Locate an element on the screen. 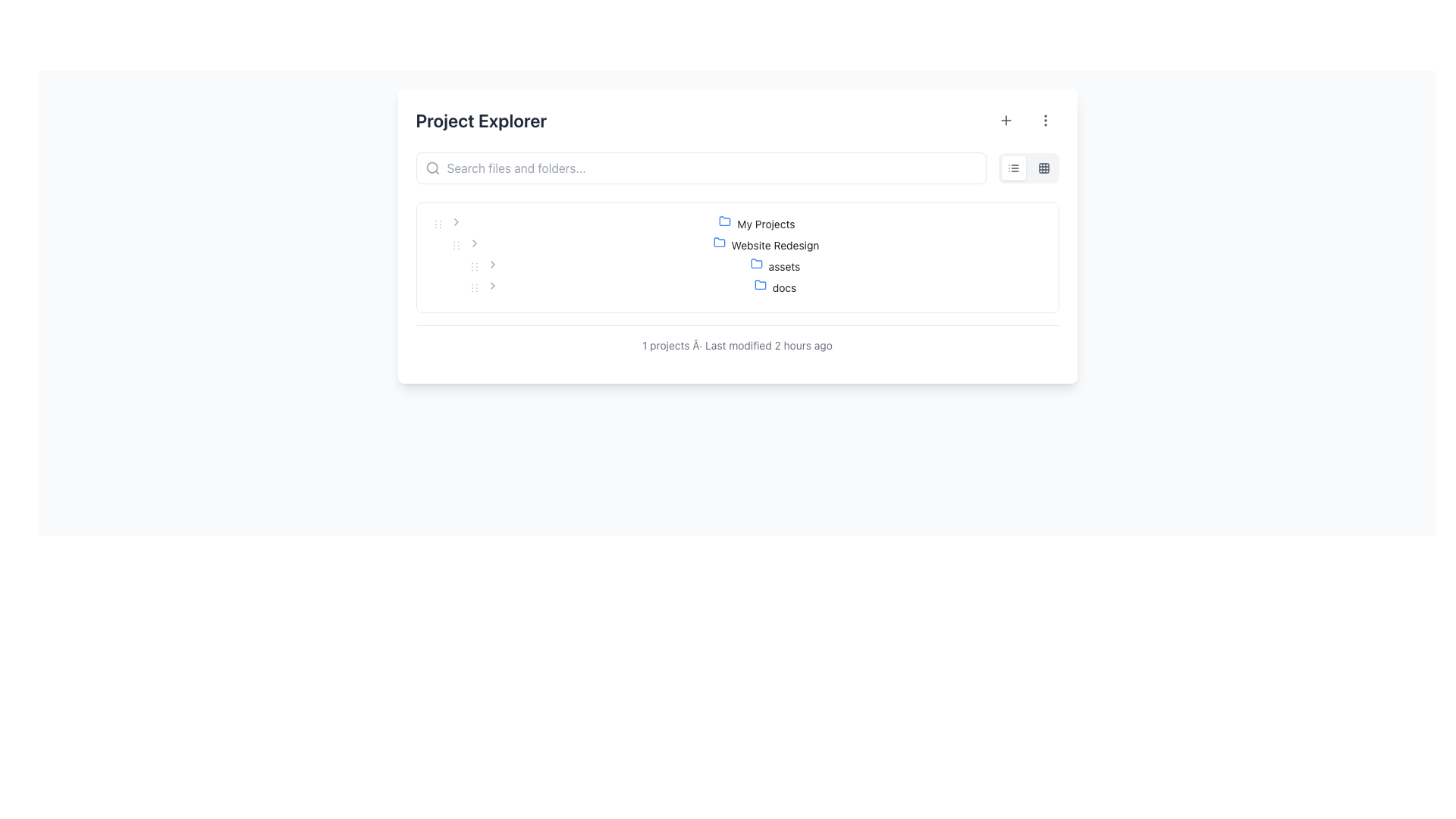 The height and width of the screenshot is (819, 1456). the text label for the 'assets' directory is located at coordinates (784, 265).